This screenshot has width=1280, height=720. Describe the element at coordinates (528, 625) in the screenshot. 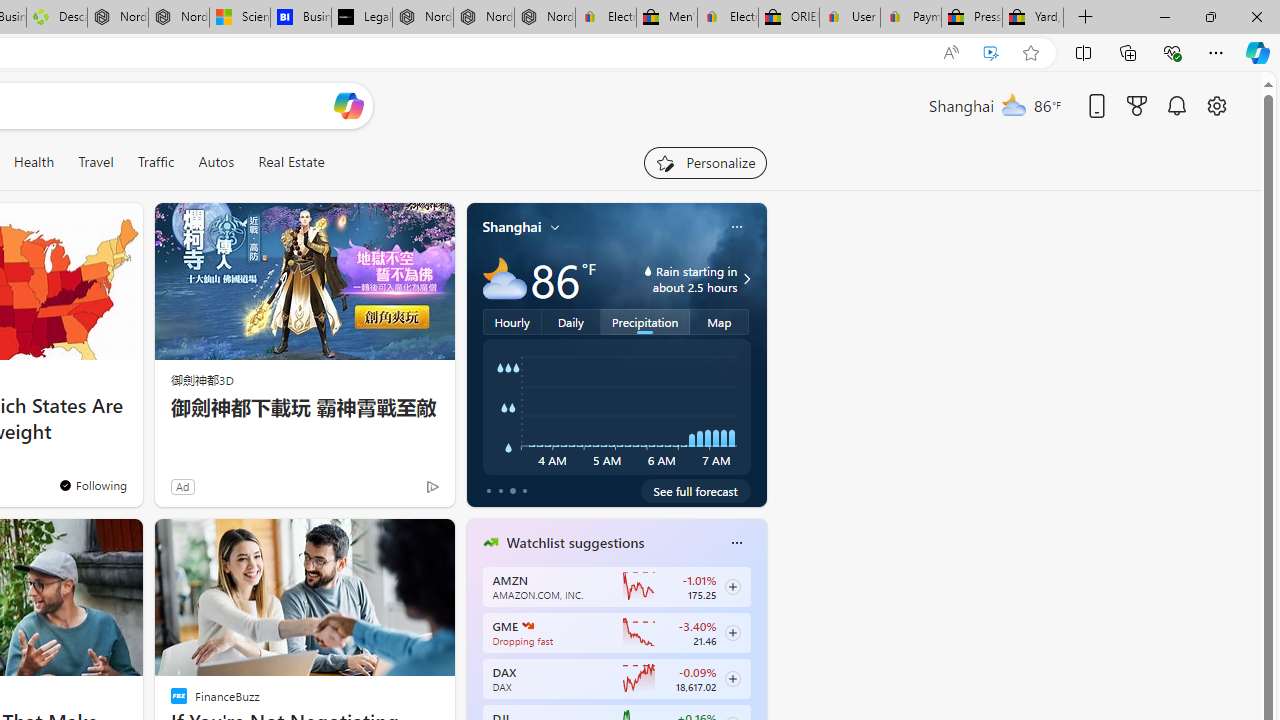

I see `'GAMESTOP CORP.'` at that location.